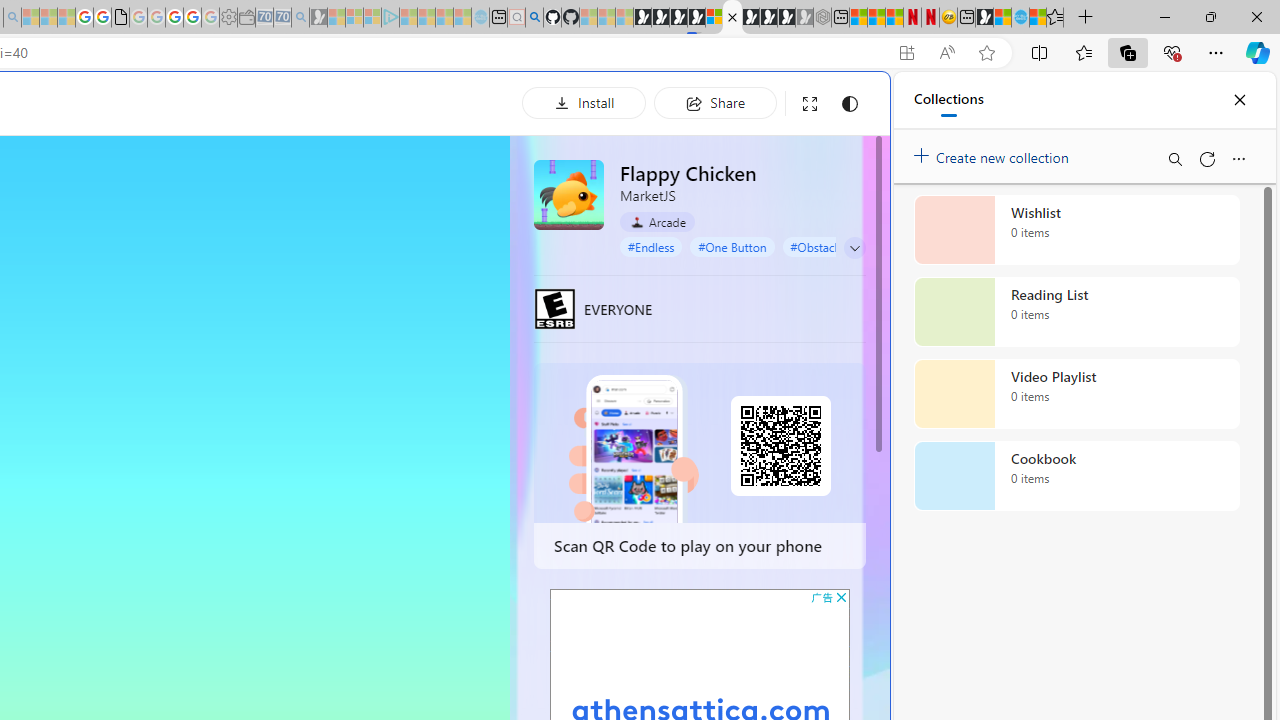  What do you see at coordinates (657, 222) in the screenshot?
I see `'Arcade'` at bounding box center [657, 222].